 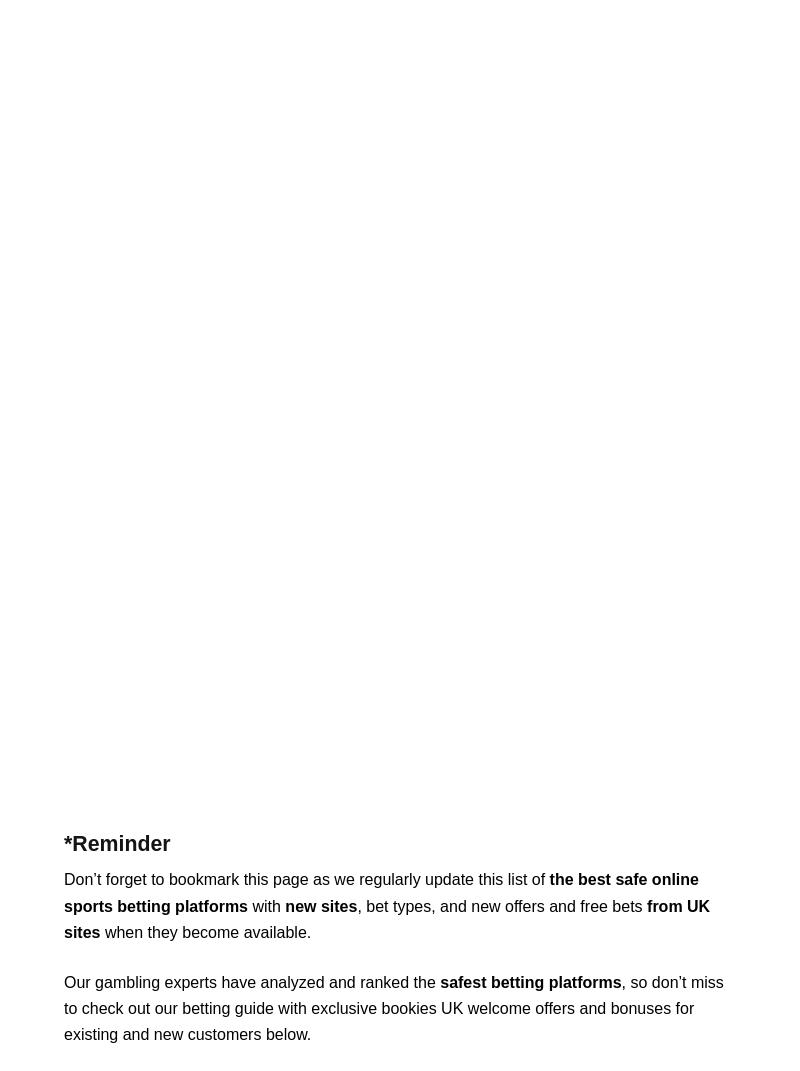 I want to click on ', so don’t miss to check out our betting guide with exclusive bookies UK welcome offers and bonuses for existing and new customers below.', so click(x=392, y=1008).